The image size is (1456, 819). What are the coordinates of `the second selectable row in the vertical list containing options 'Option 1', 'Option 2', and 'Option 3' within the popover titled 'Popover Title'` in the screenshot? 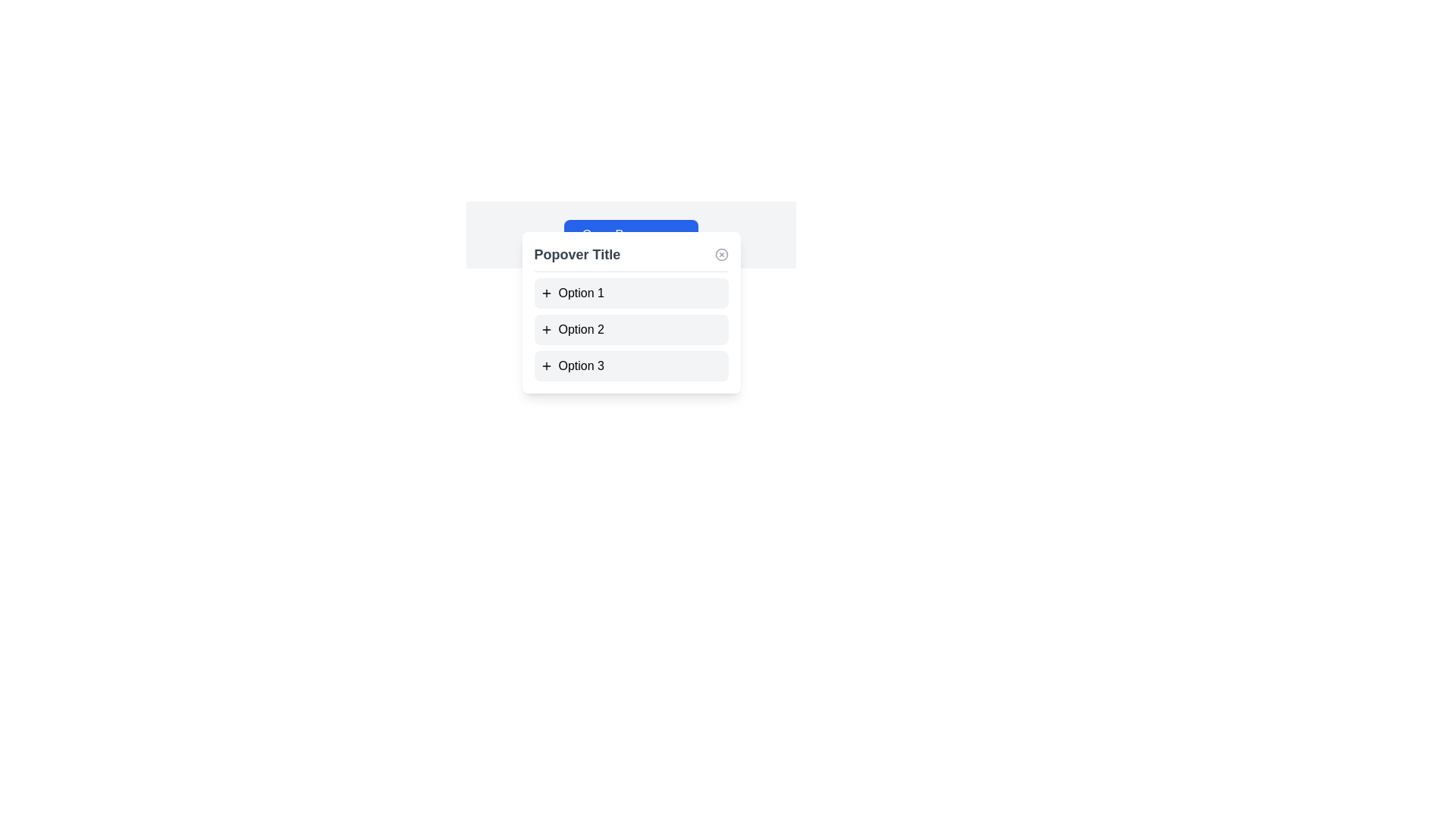 It's located at (631, 329).